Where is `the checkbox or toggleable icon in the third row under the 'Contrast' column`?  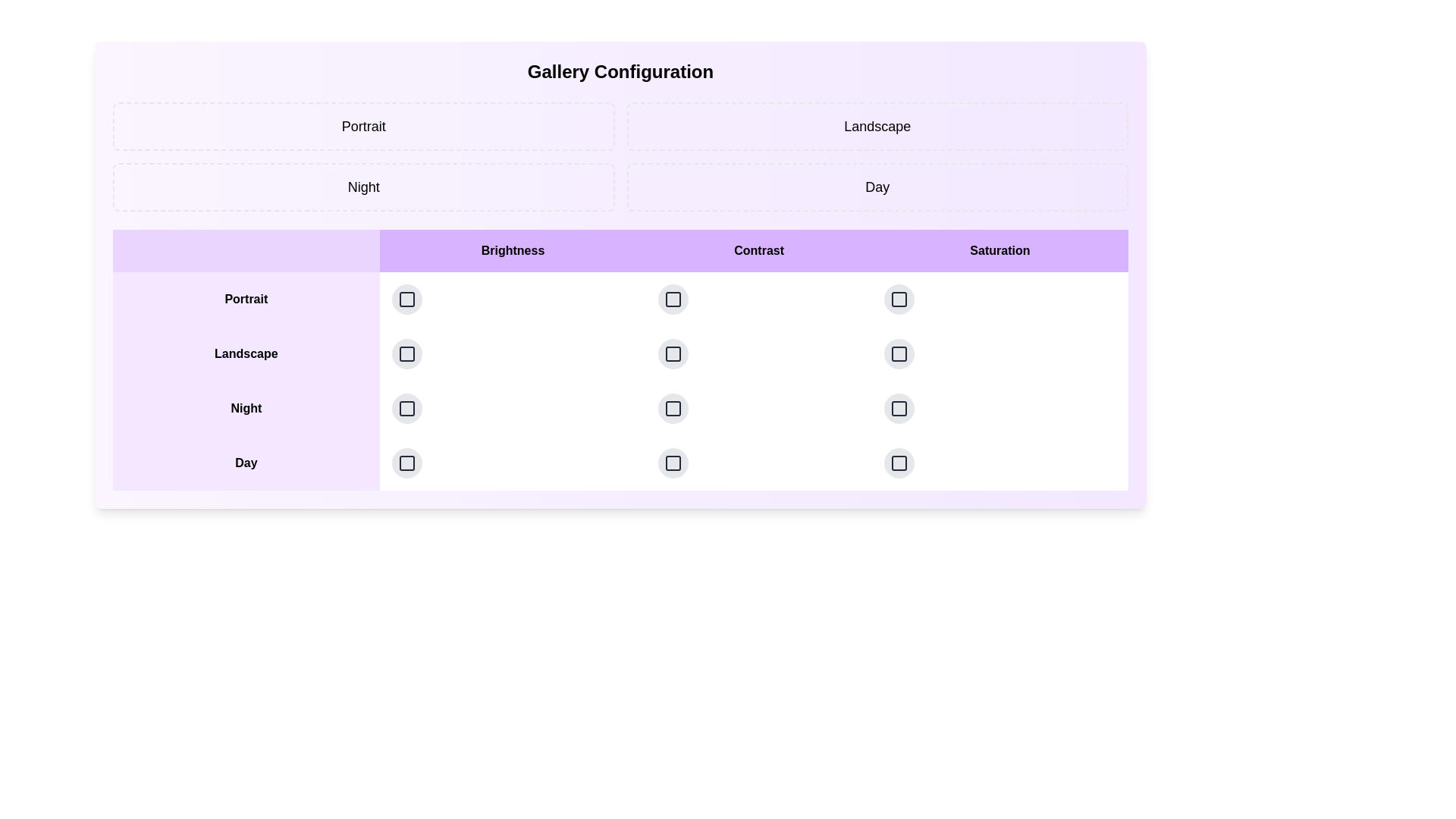 the checkbox or toggleable icon in the third row under the 'Contrast' column is located at coordinates (673, 408).